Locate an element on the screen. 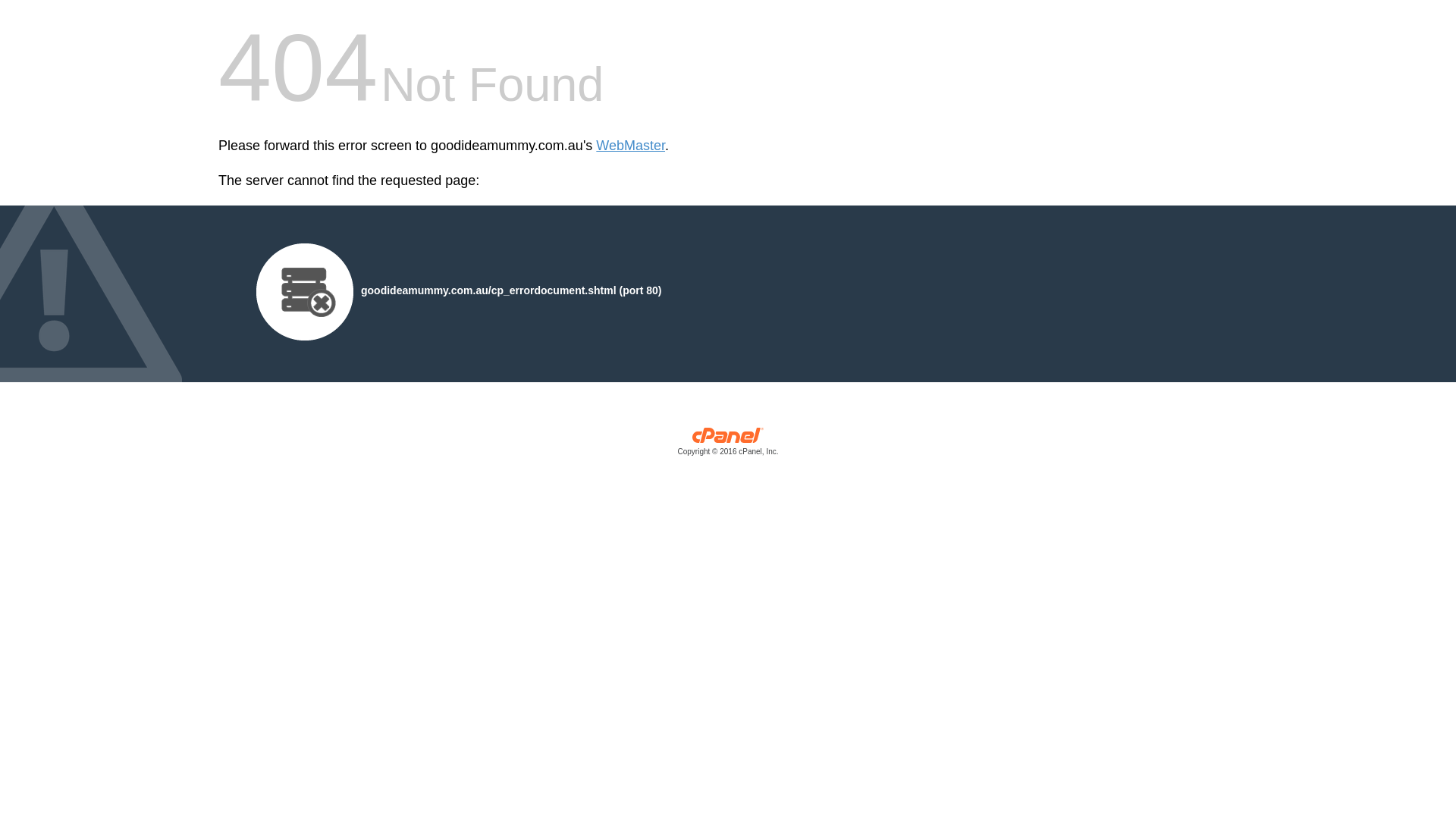 The image size is (1456, 819). 'WebMaster' is located at coordinates (630, 146).